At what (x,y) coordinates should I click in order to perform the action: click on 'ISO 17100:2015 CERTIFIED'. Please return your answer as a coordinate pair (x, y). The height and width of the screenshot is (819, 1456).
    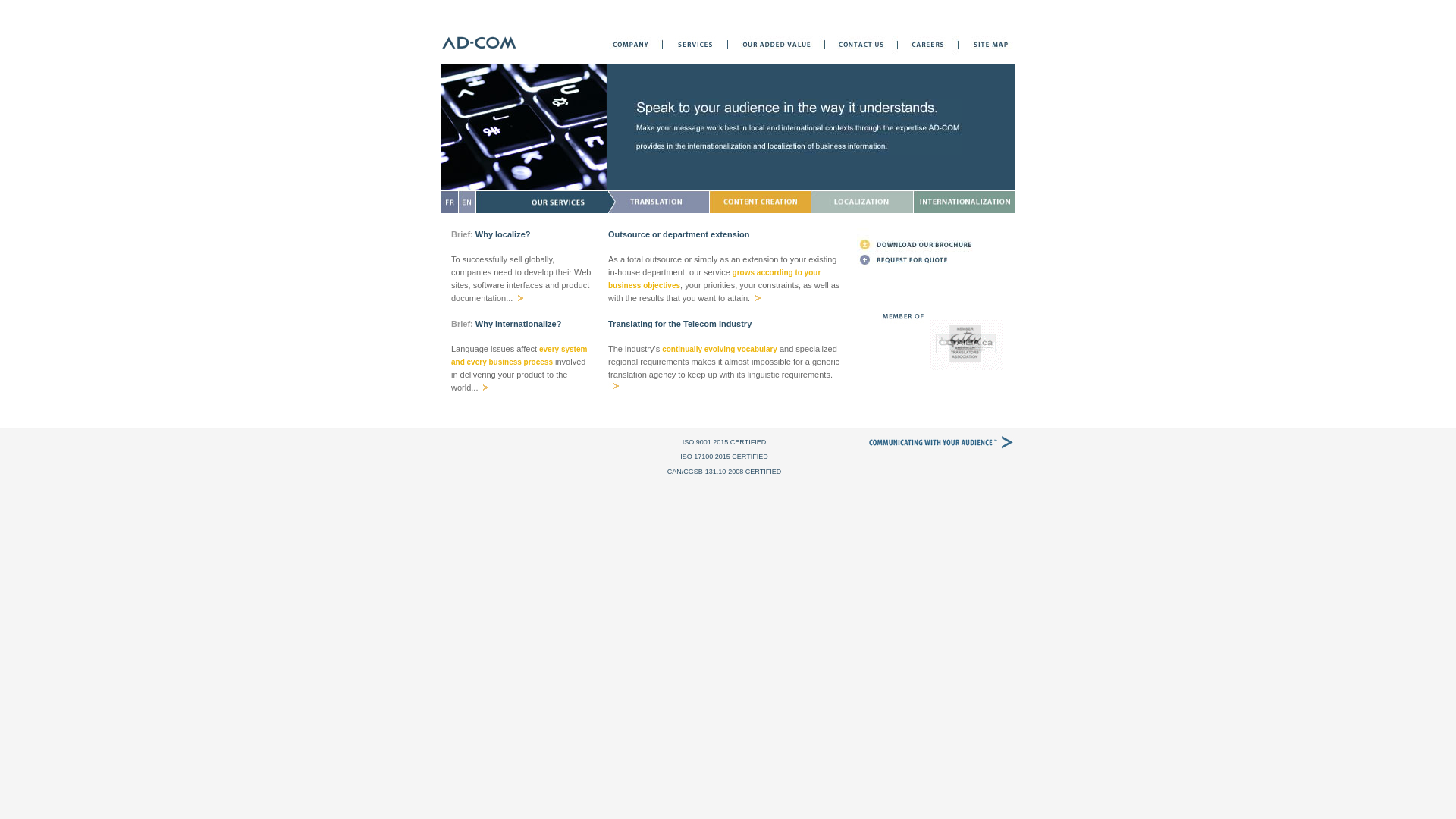
    Looking at the image, I should click on (723, 455).